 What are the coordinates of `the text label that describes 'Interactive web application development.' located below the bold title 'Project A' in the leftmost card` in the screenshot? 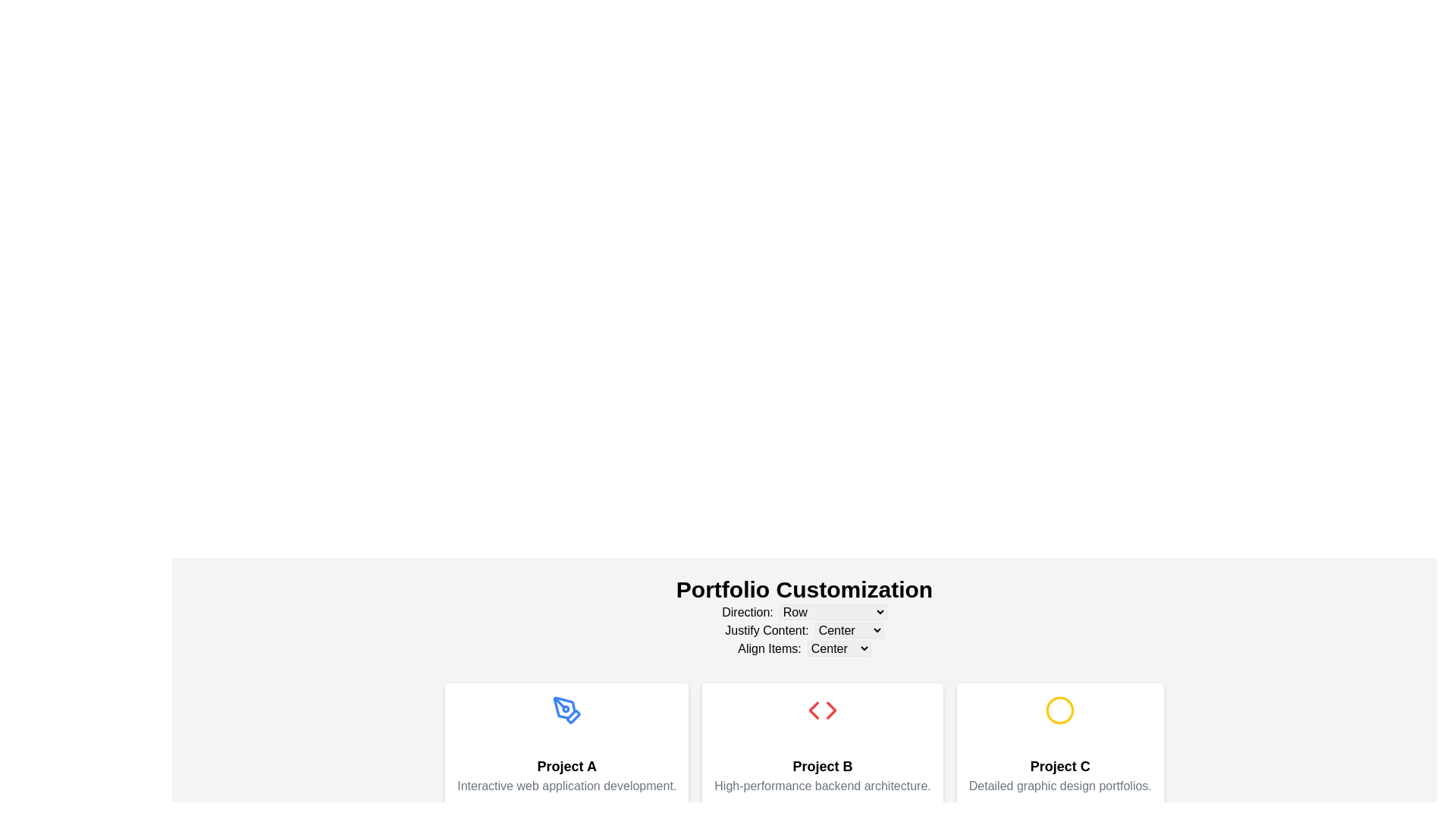 It's located at (566, 775).